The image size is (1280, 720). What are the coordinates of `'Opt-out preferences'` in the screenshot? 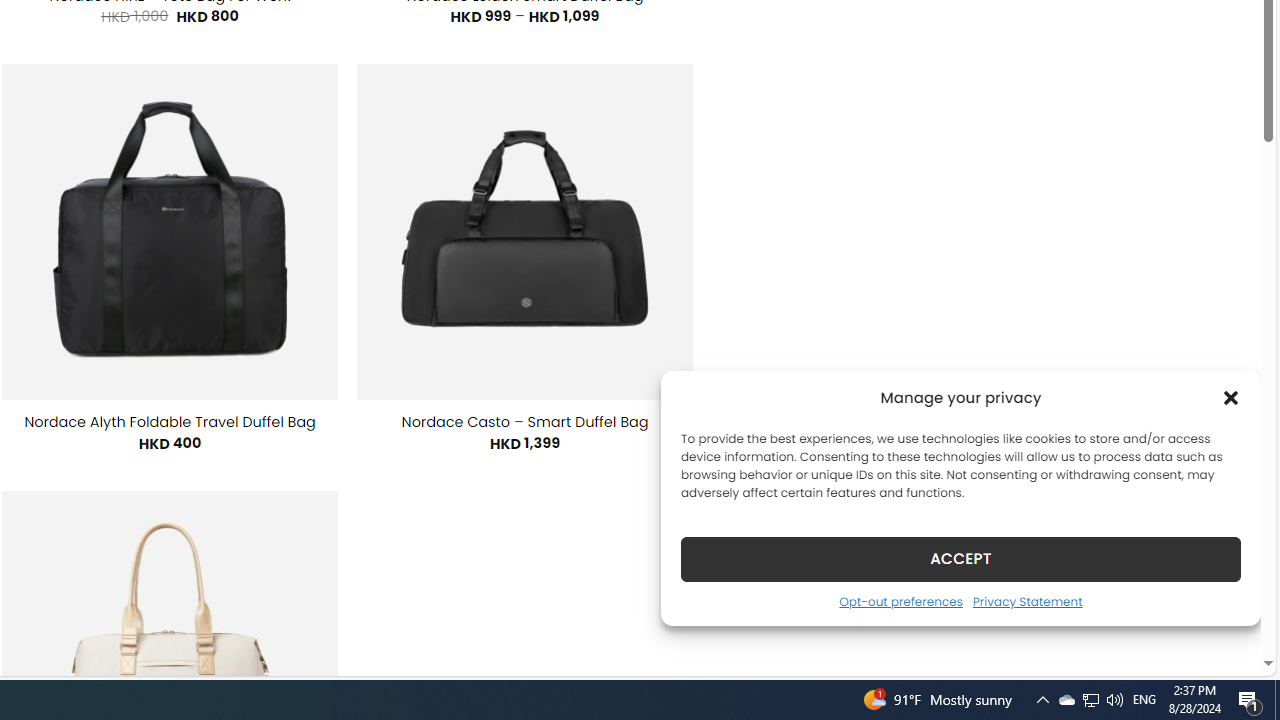 It's located at (899, 600).